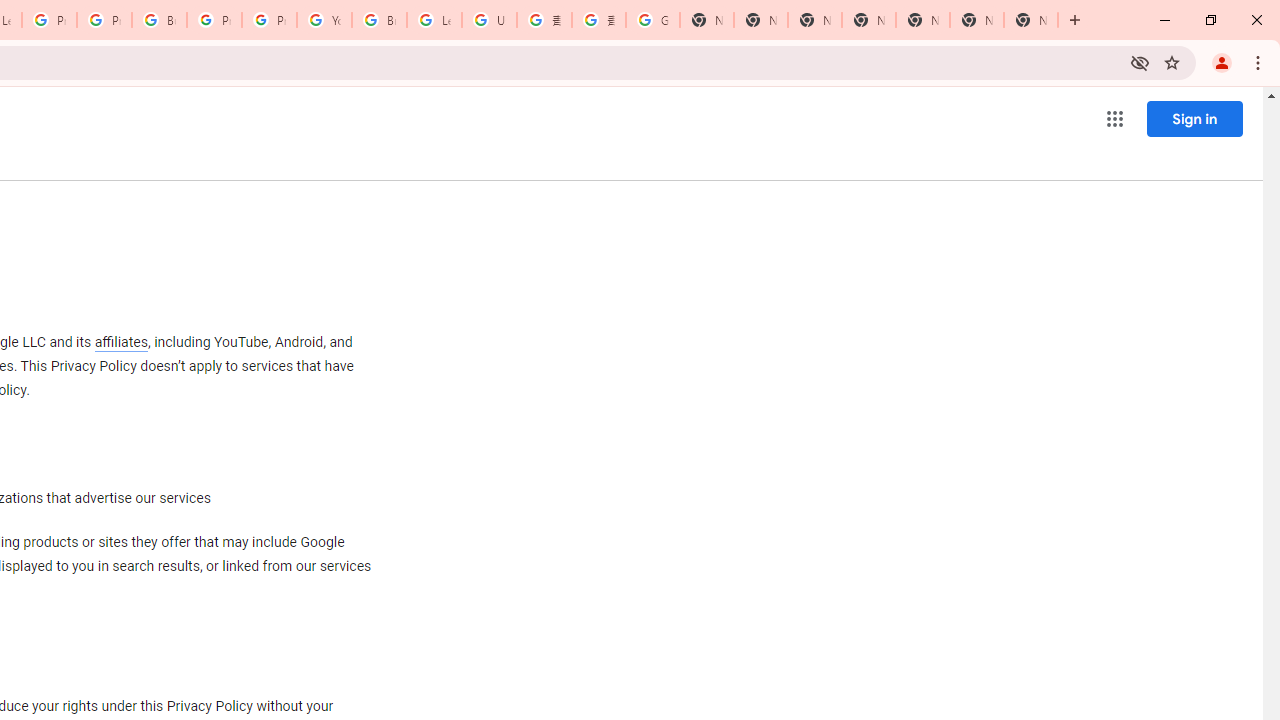 The width and height of the screenshot is (1280, 720). What do you see at coordinates (652, 20) in the screenshot?
I see `'Google Images'` at bounding box center [652, 20].